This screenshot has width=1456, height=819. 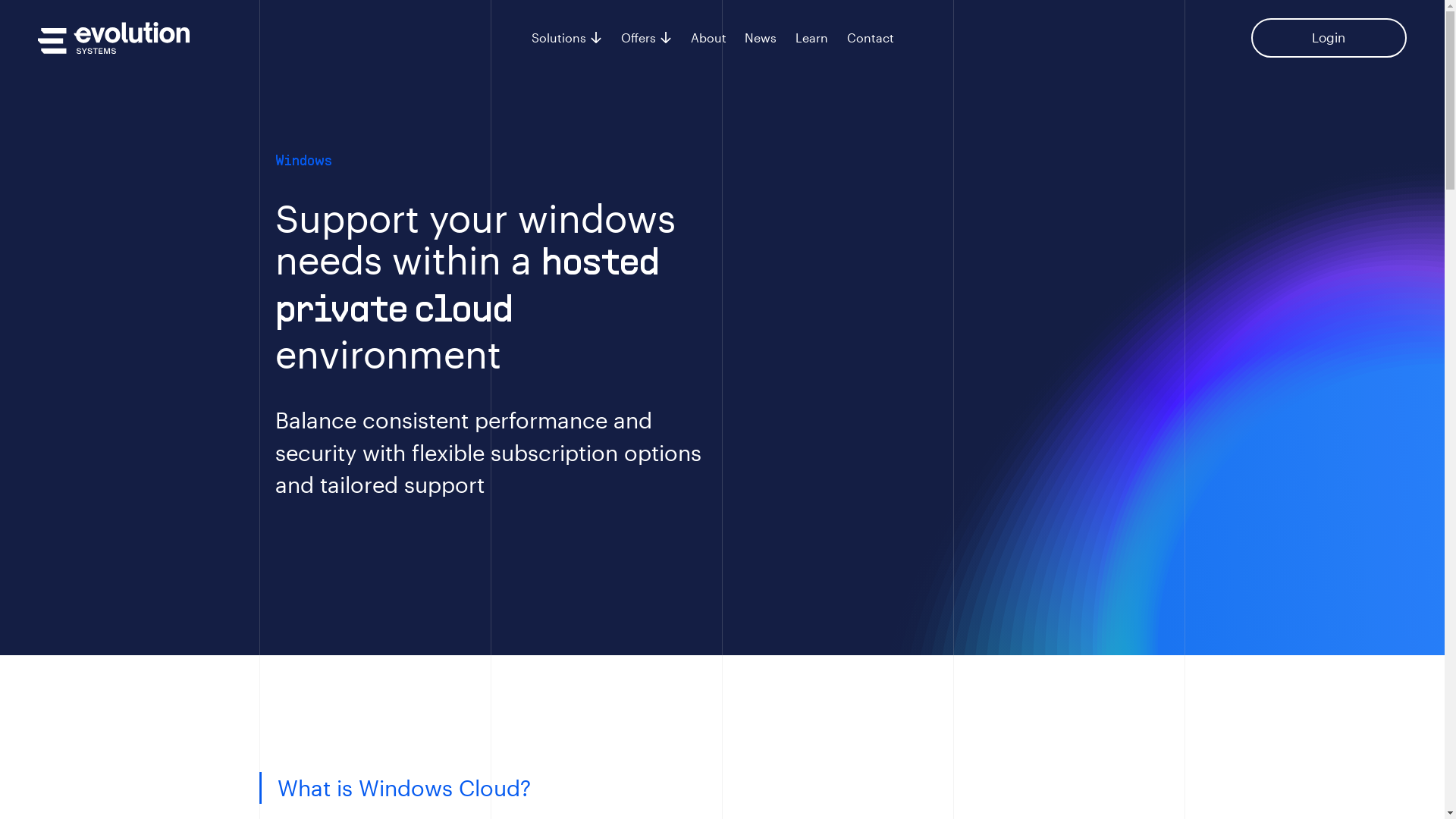 I want to click on 'Contact', so click(x=870, y=37).